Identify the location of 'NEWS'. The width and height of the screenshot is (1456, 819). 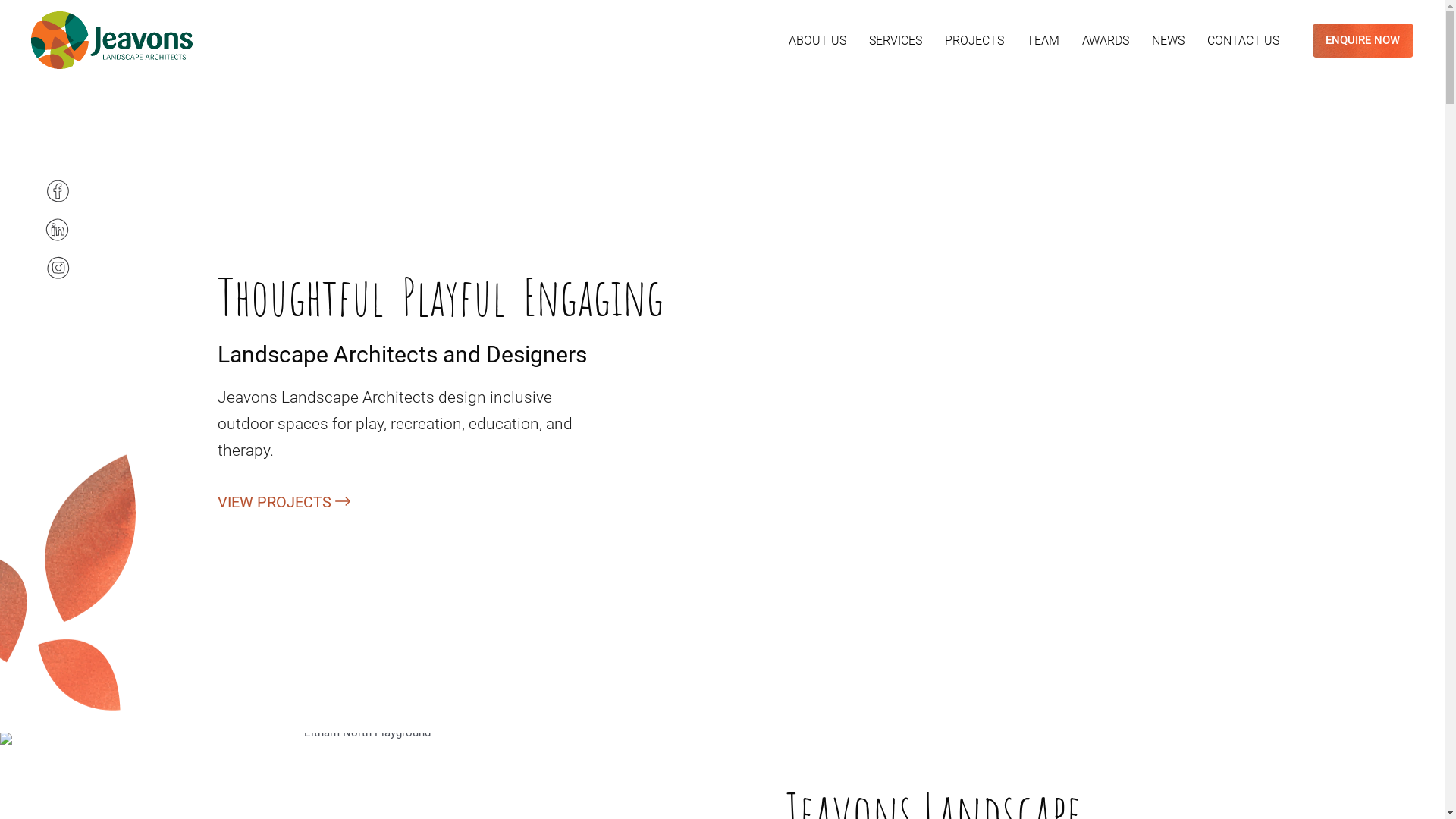
(1167, 39).